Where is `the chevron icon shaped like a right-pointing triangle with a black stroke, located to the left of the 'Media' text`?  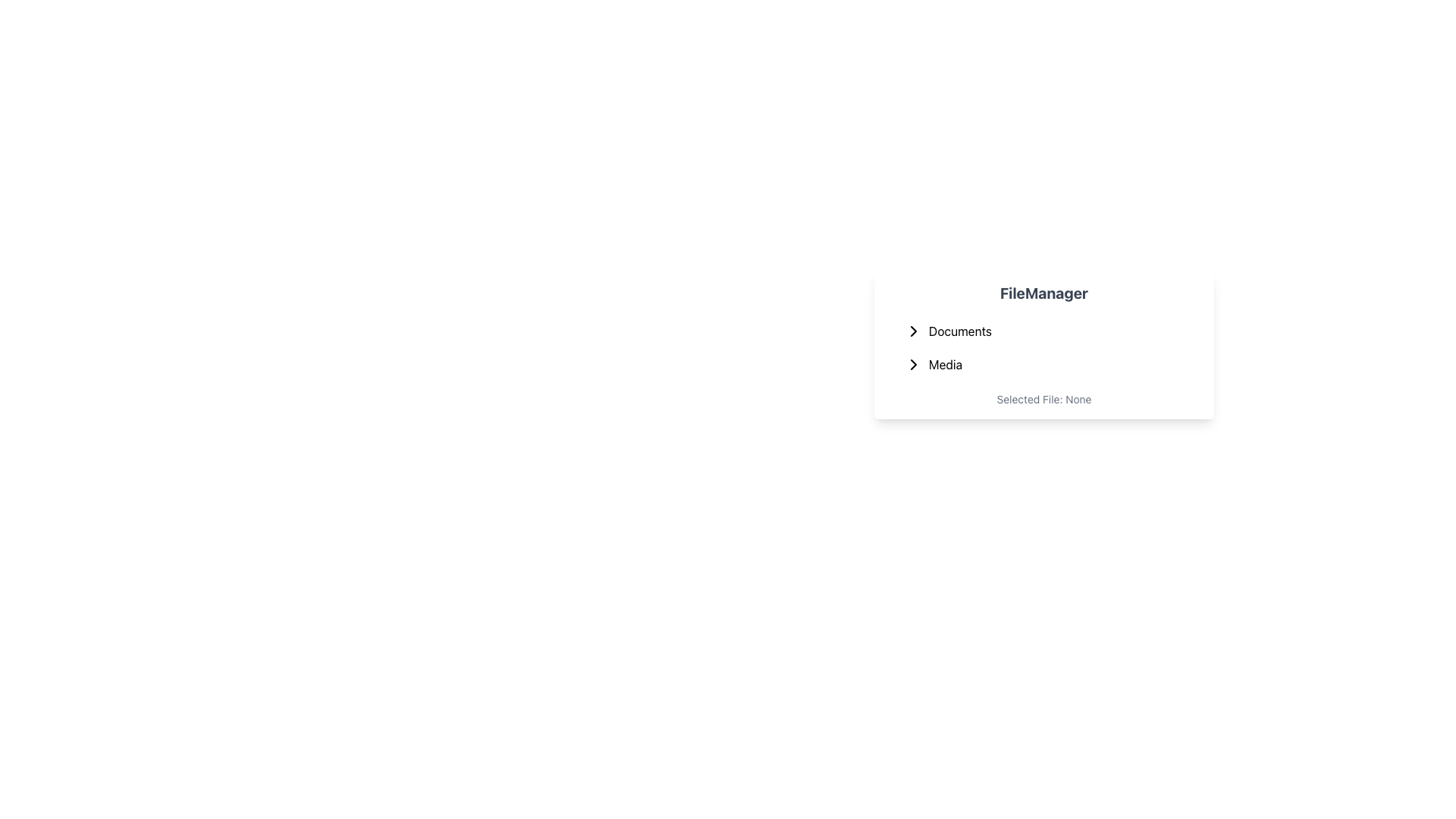 the chevron icon shaped like a right-pointing triangle with a black stroke, located to the left of the 'Media' text is located at coordinates (912, 365).